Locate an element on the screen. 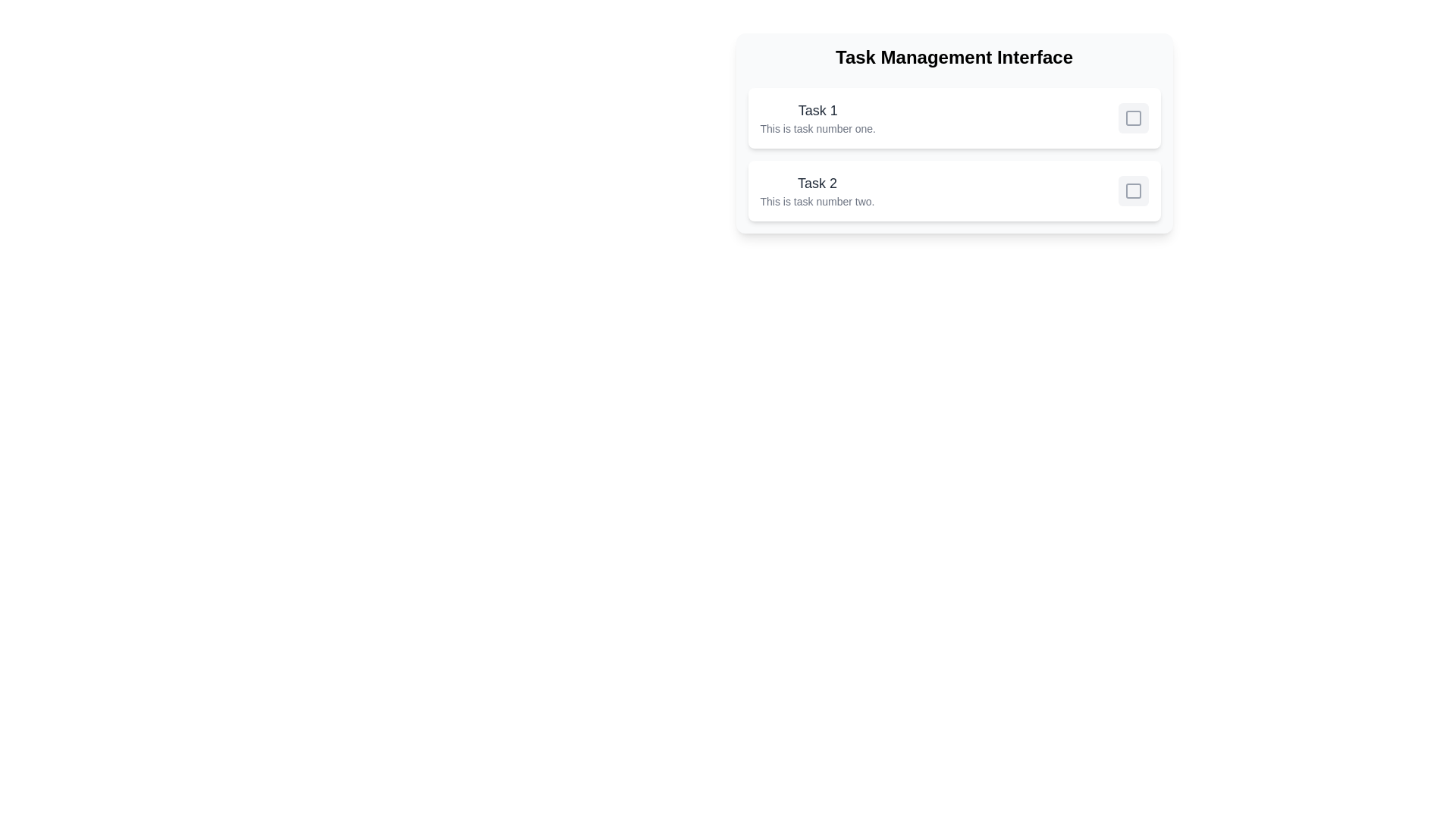 The height and width of the screenshot is (819, 1456). the text display element that shows 'Task 1' and 'This is task number one.' to use it as a reference for performing further tasks is located at coordinates (817, 117).